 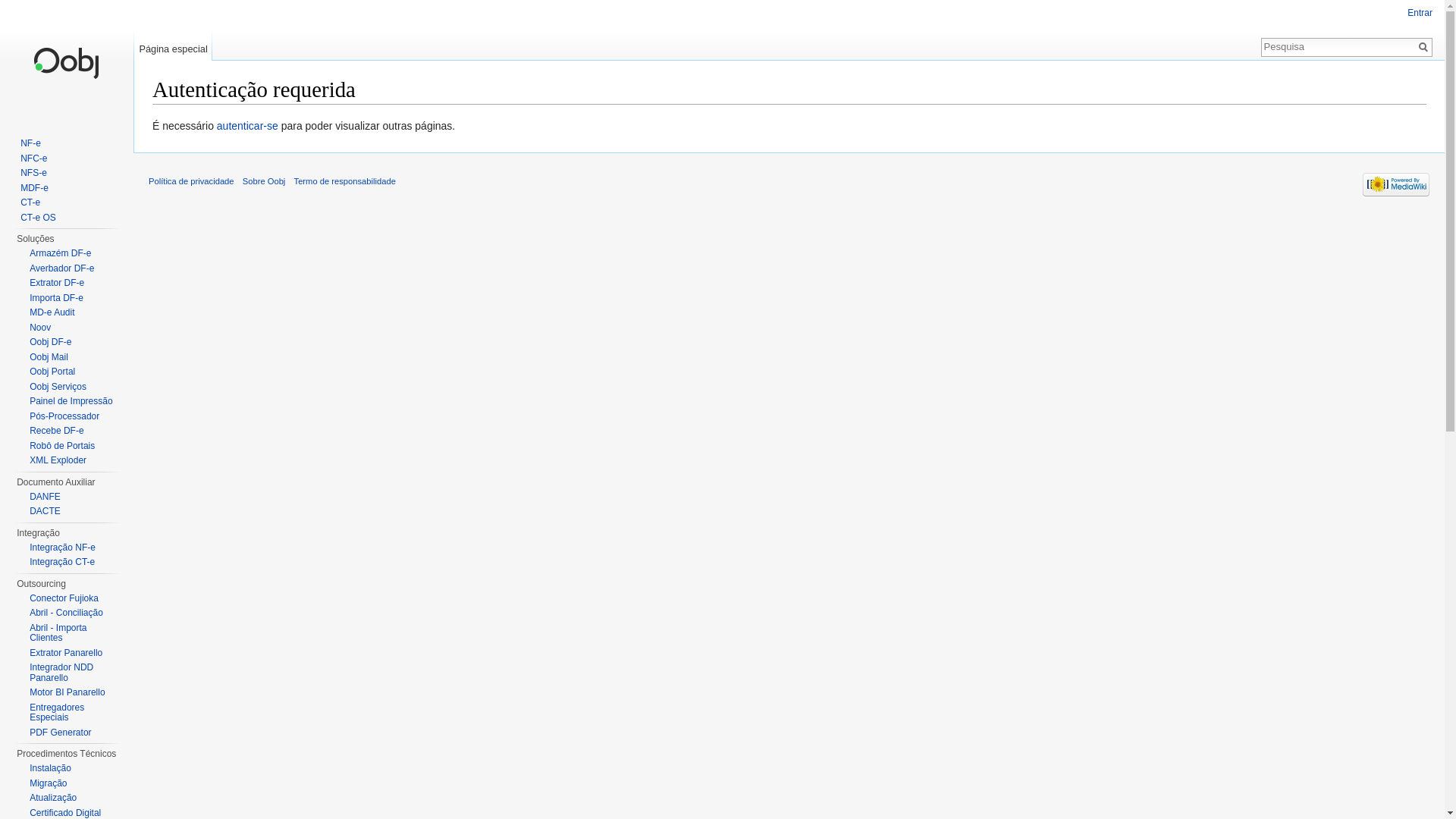 What do you see at coordinates (33, 171) in the screenshot?
I see `'NFS-e'` at bounding box center [33, 171].